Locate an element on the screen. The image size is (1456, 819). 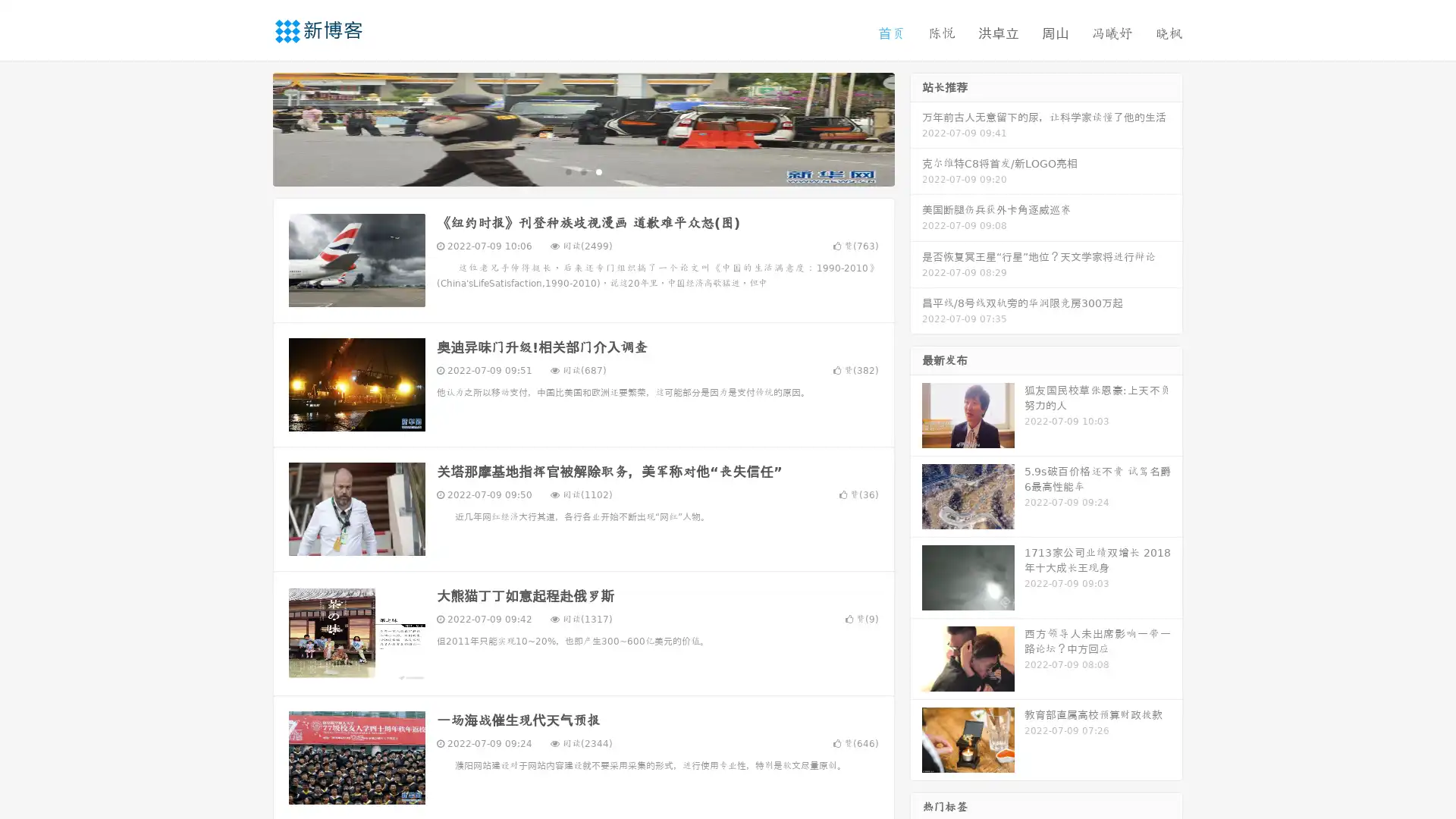
Go to slide 3 is located at coordinates (598, 171).